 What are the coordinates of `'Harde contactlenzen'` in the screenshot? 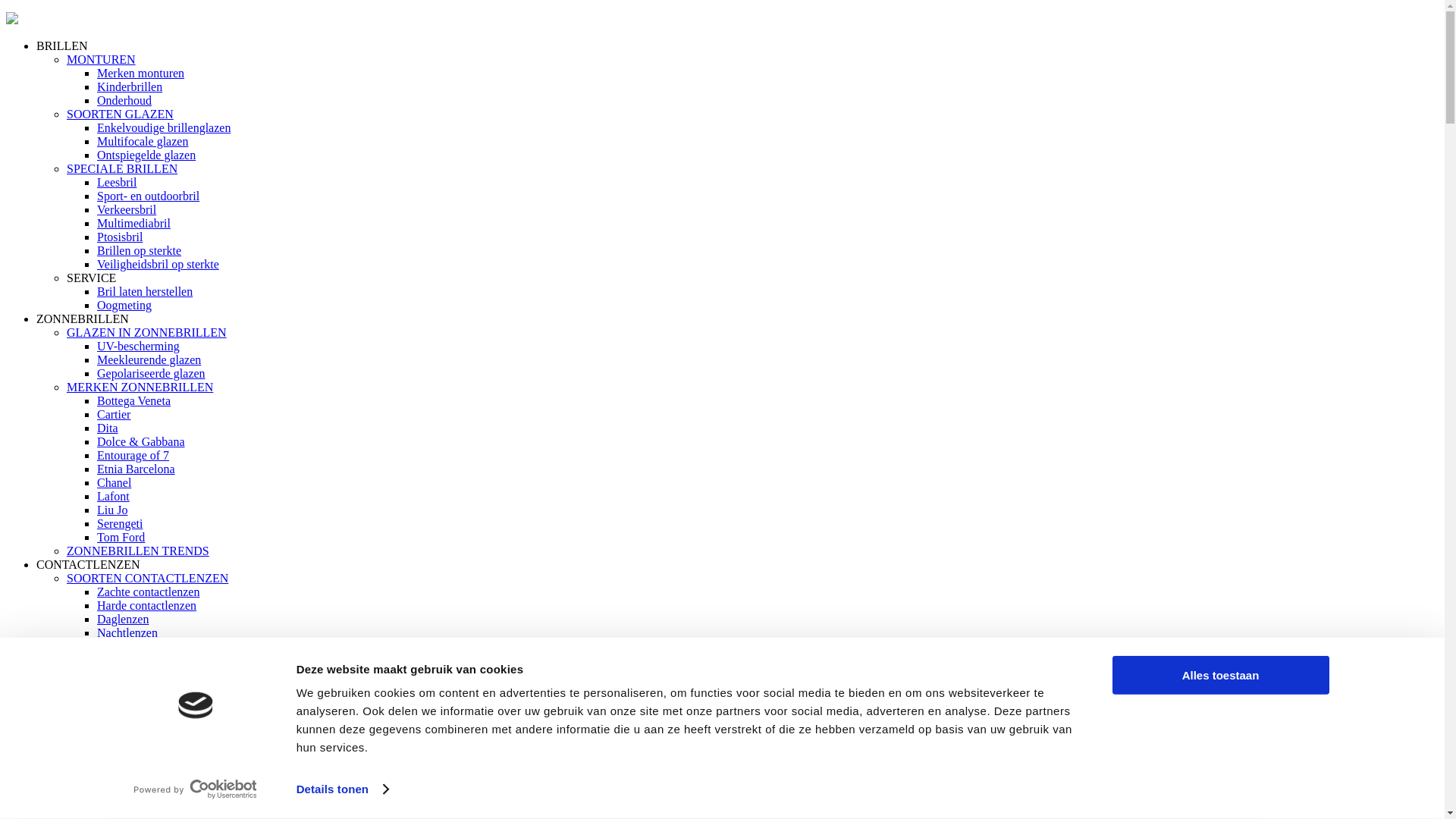 It's located at (146, 604).